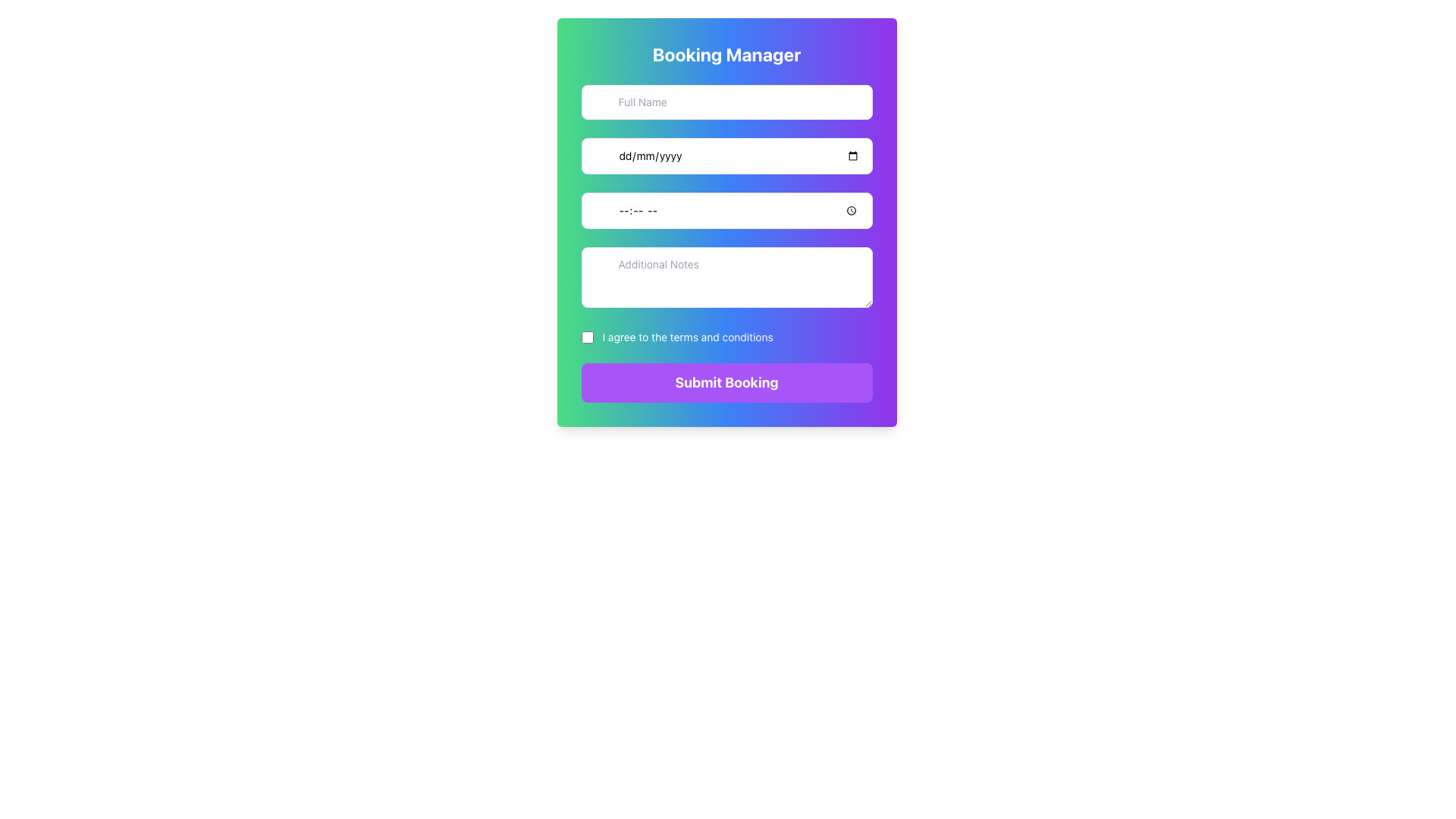  I want to click on the Date Input Field located below the 'Full Name' input box, so click(726, 155).